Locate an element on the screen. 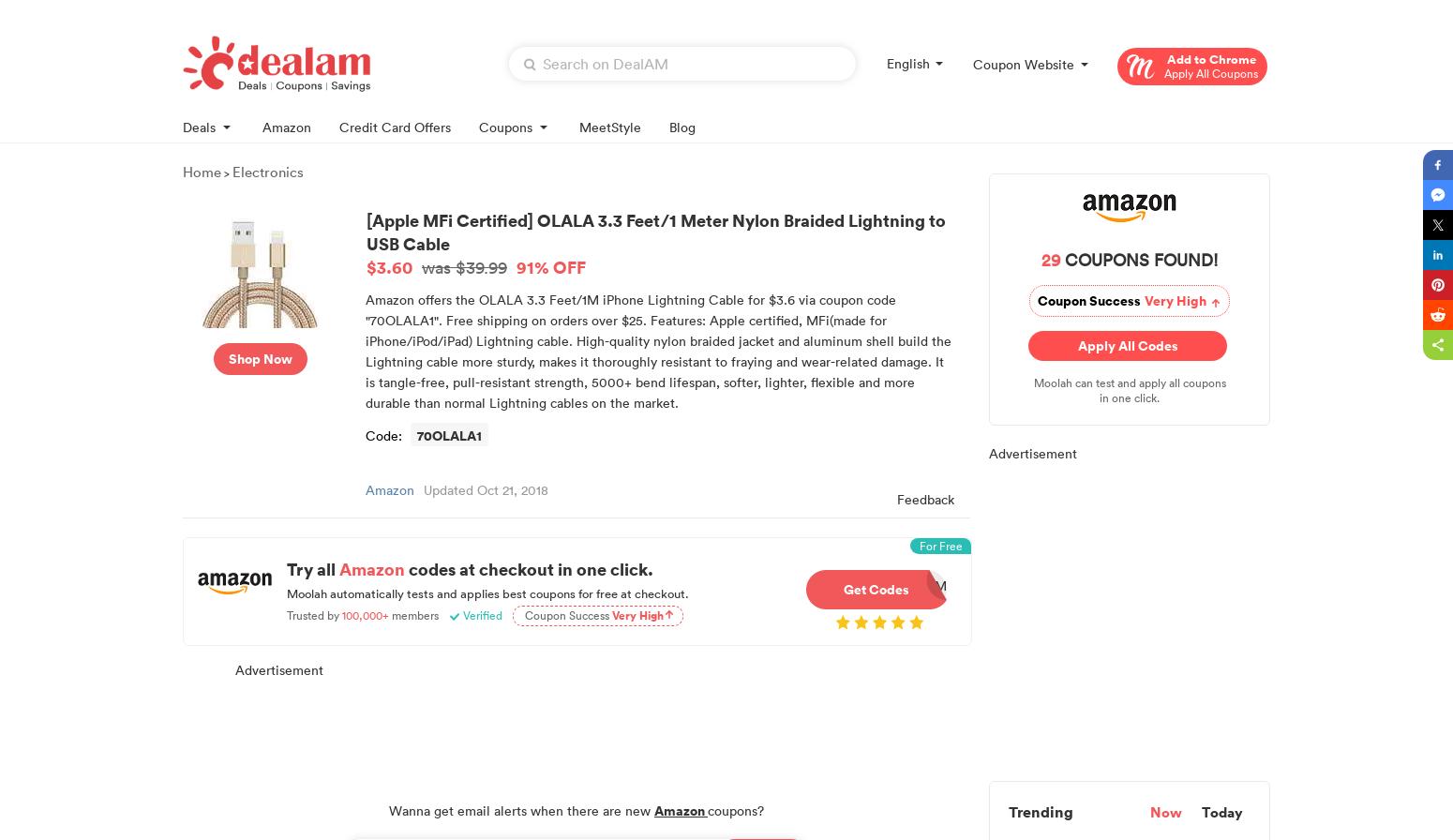  'Shop Now' is located at coordinates (259, 358).